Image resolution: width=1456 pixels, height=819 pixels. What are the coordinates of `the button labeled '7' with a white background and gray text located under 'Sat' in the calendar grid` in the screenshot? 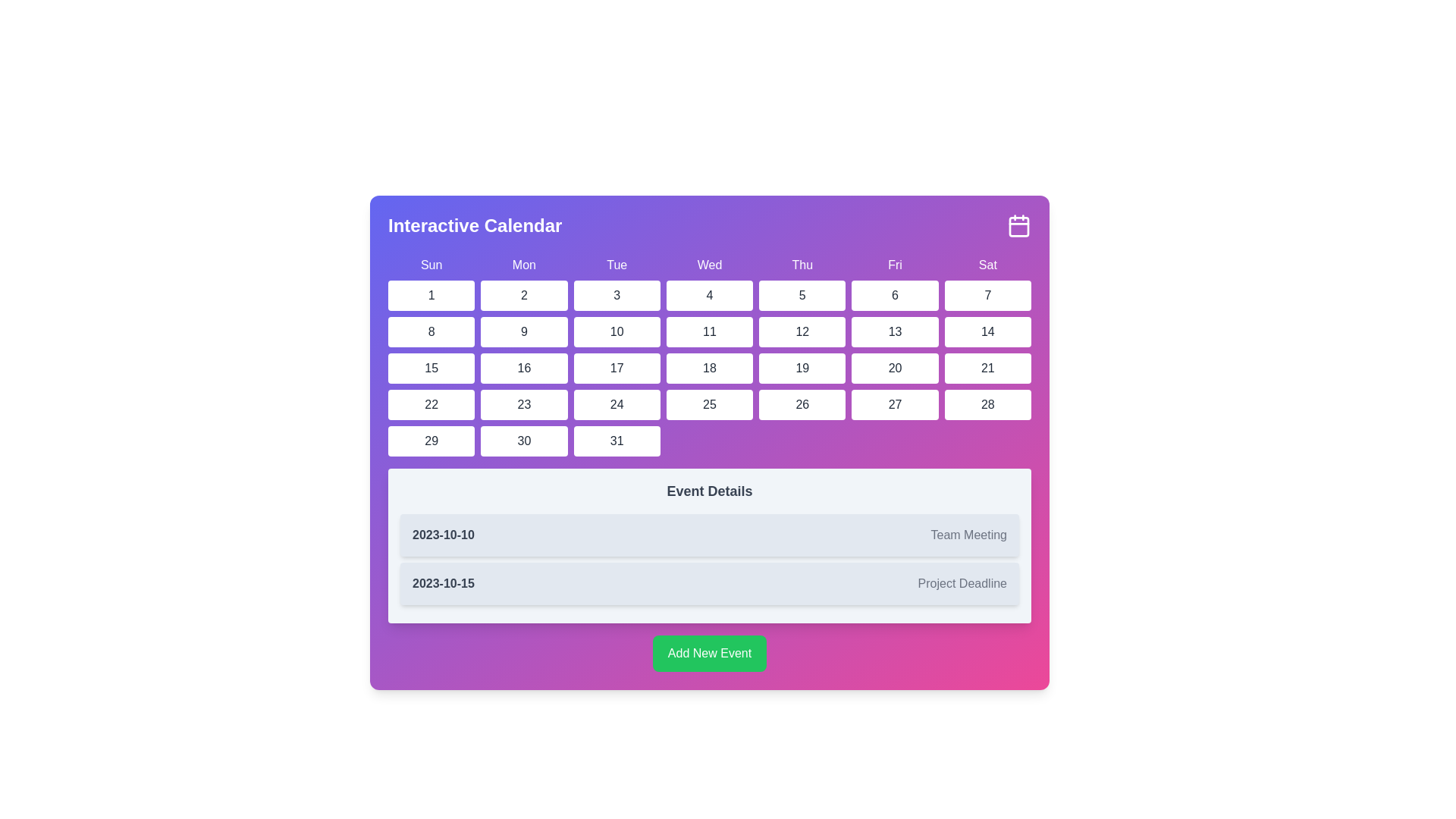 It's located at (987, 295).